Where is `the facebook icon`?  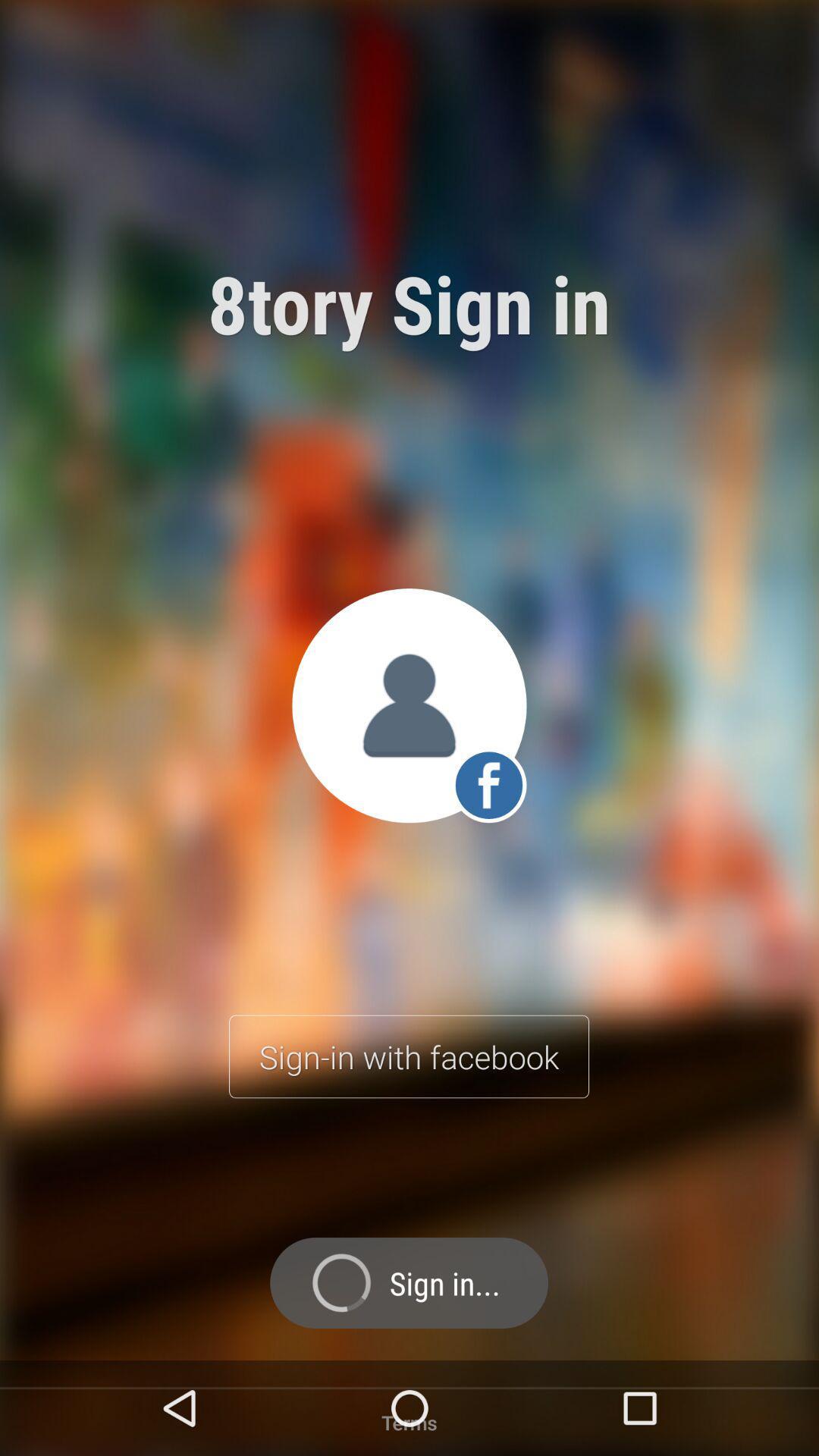 the facebook icon is located at coordinates (488, 786).